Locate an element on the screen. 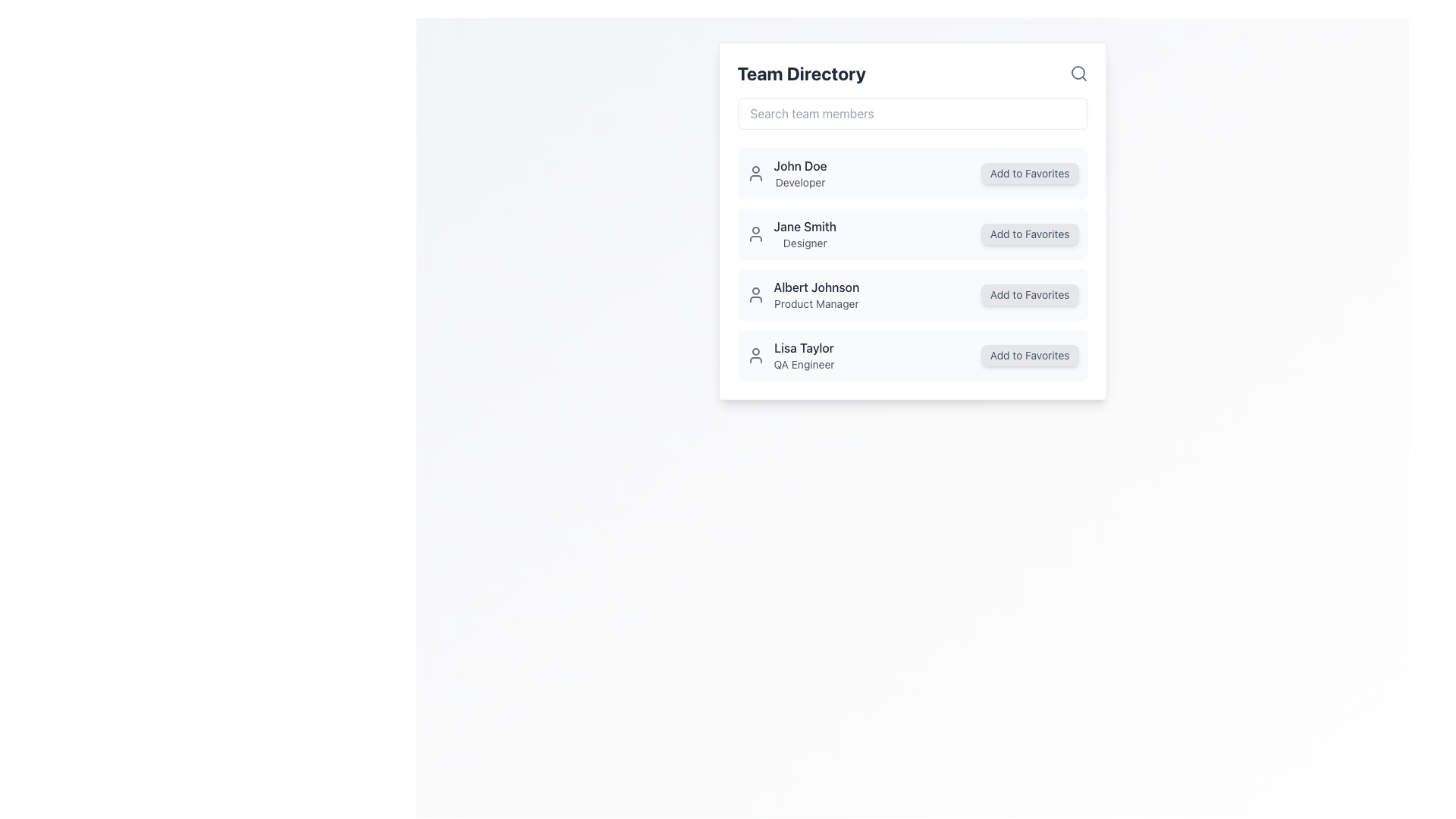 This screenshot has height=819, width=1456. the first List Item with Icon and Text in the 'Team Directory' section, which displays 'John Doe' and 'Developer' is located at coordinates (786, 172).